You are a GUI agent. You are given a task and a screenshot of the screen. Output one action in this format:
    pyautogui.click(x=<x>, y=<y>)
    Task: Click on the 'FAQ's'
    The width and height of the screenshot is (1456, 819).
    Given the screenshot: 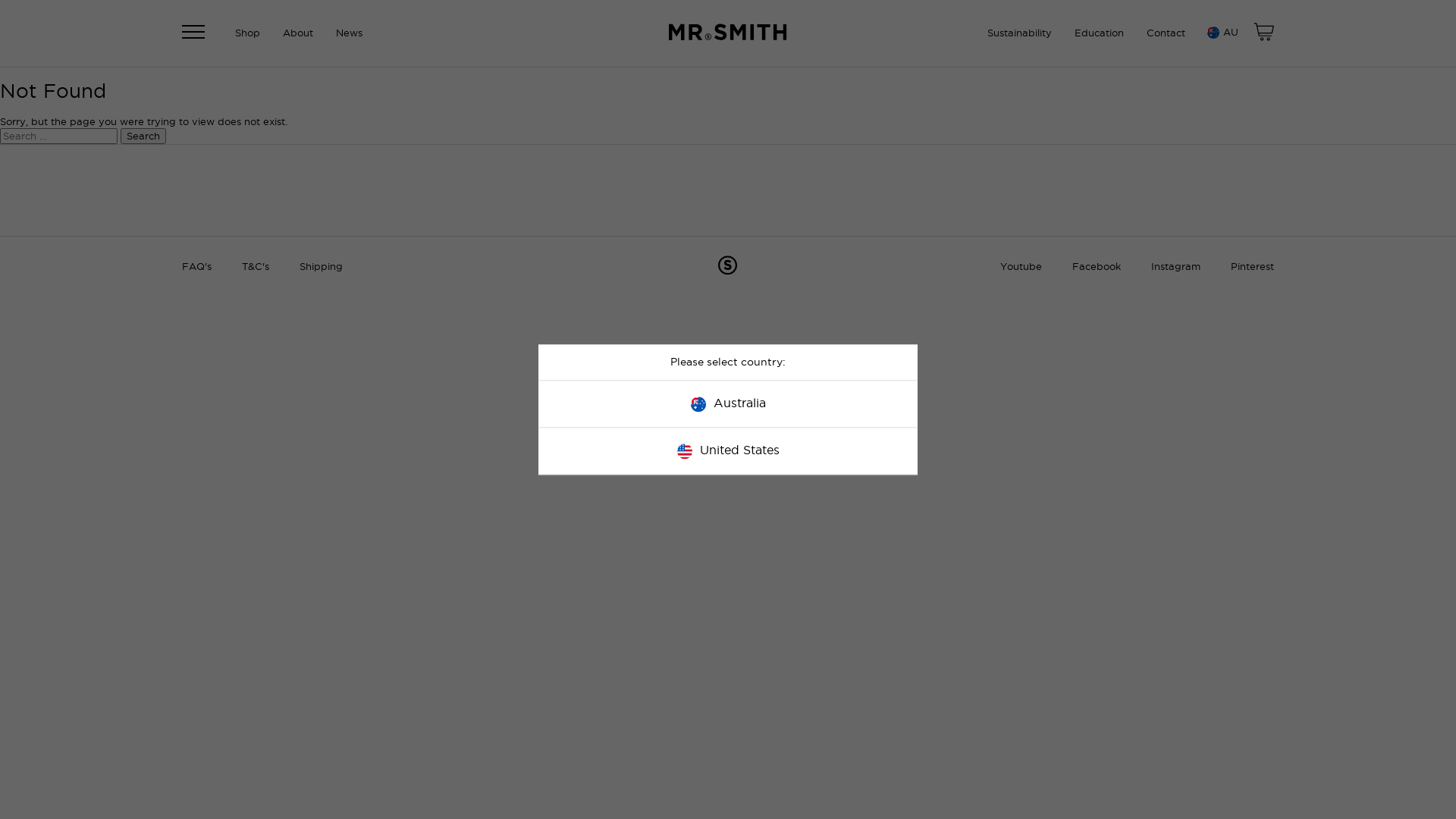 What is the action you would take?
    pyautogui.click(x=182, y=265)
    